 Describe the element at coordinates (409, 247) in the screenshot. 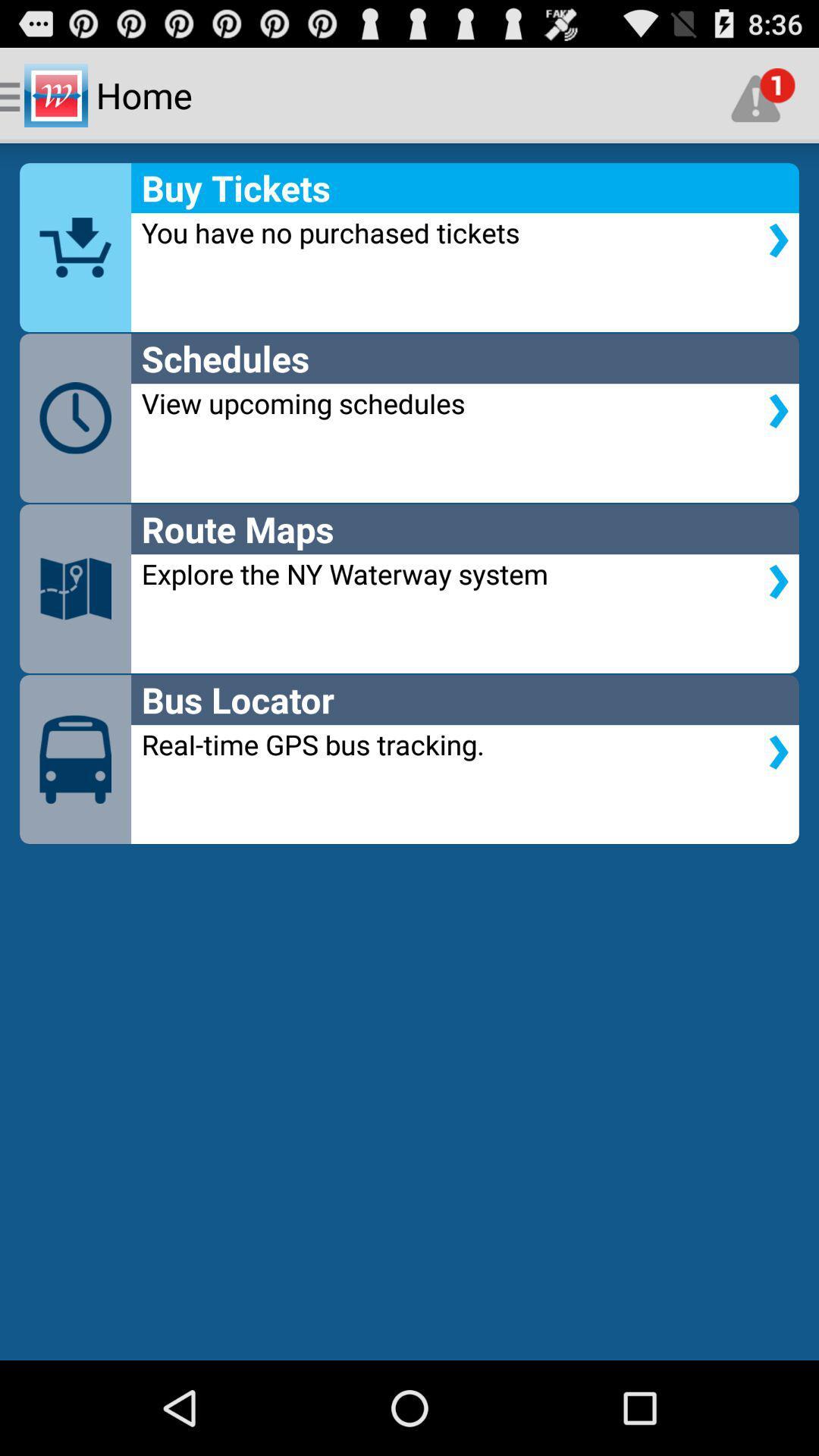

I see `the first row buy tickets` at that location.